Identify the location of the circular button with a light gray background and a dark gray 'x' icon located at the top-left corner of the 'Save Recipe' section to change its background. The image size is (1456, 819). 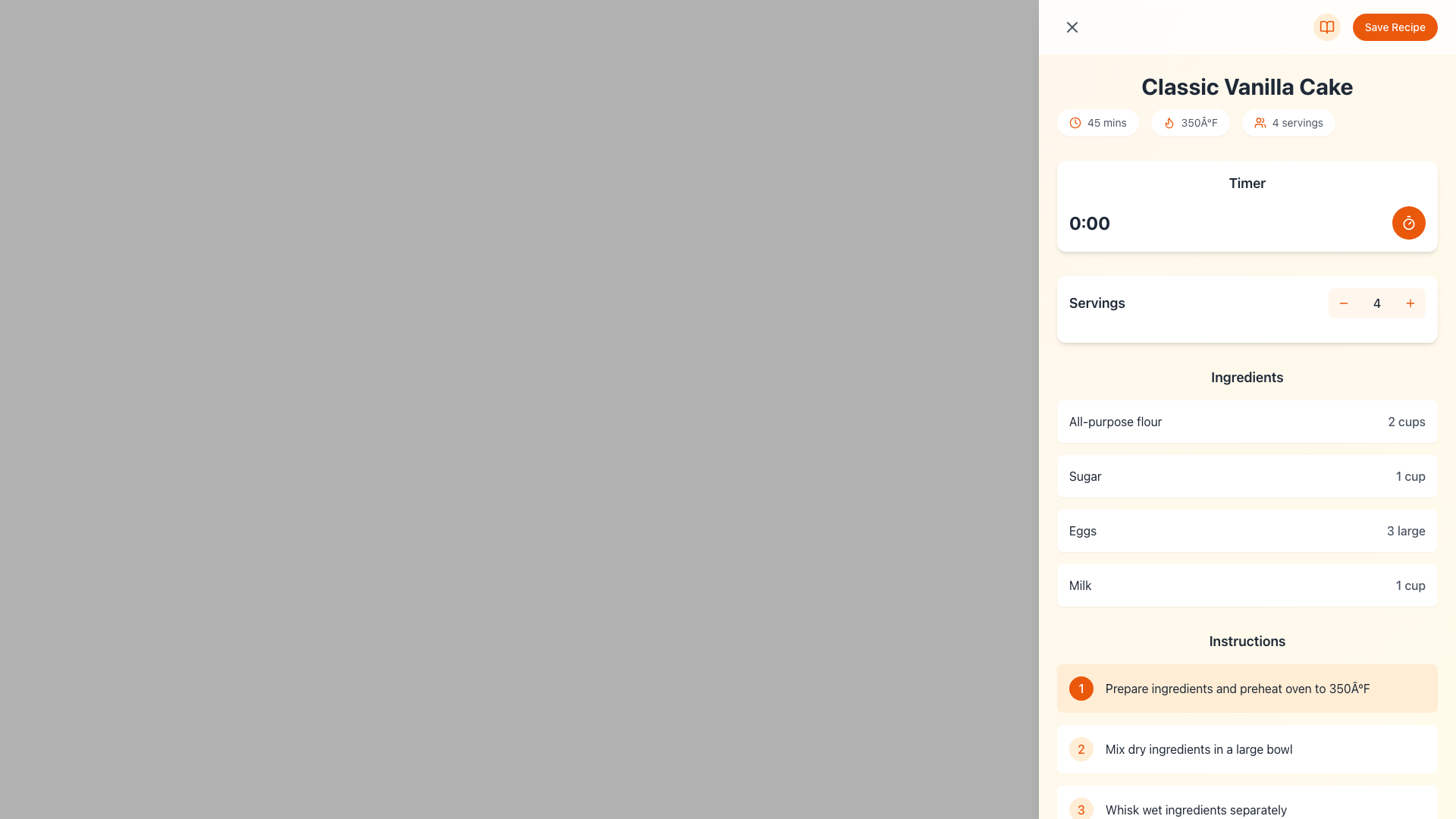
(1072, 27).